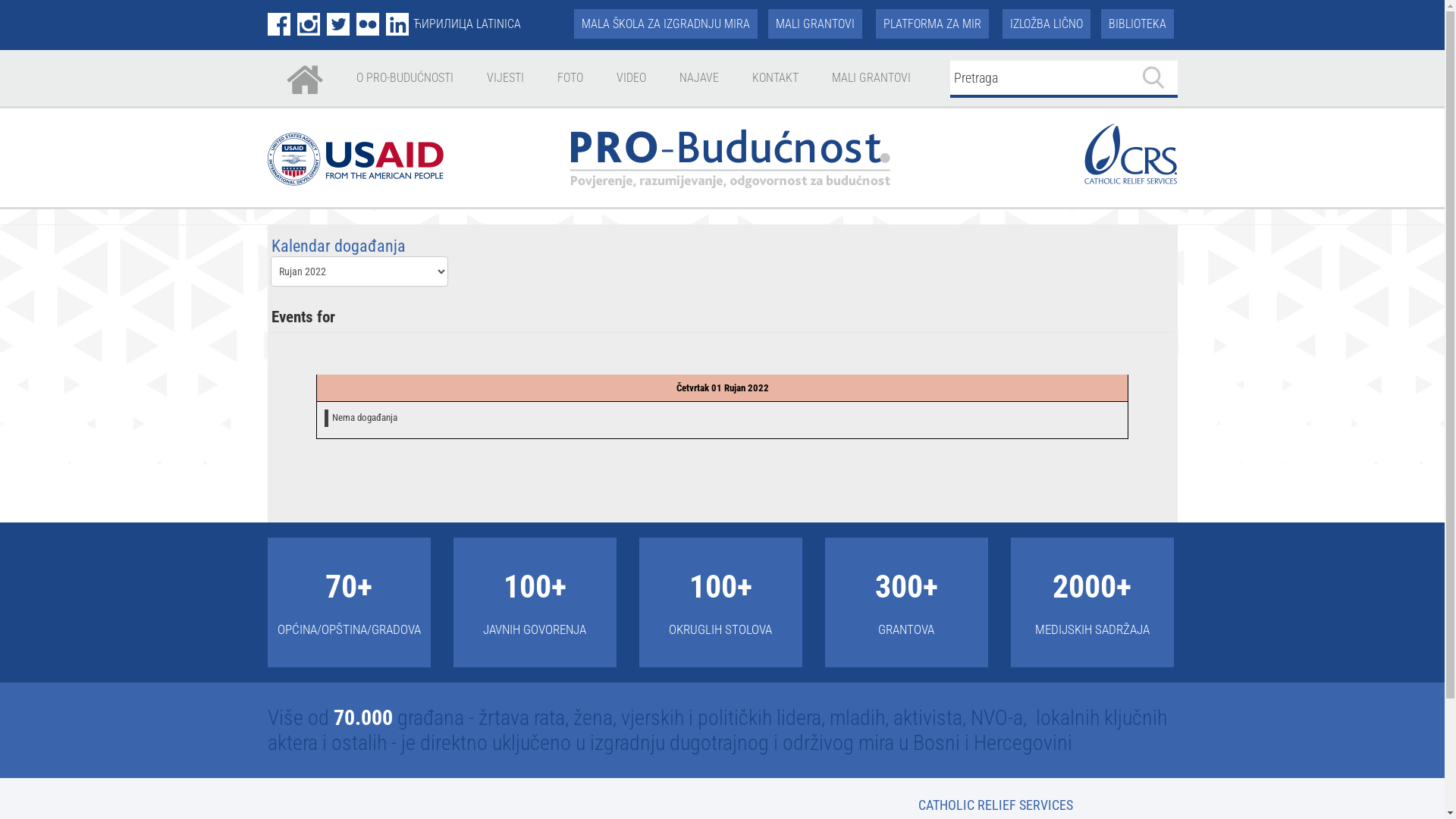 The width and height of the screenshot is (1456, 819). What do you see at coordinates (498, 24) in the screenshot?
I see `'LATINICA'` at bounding box center [498, 24].